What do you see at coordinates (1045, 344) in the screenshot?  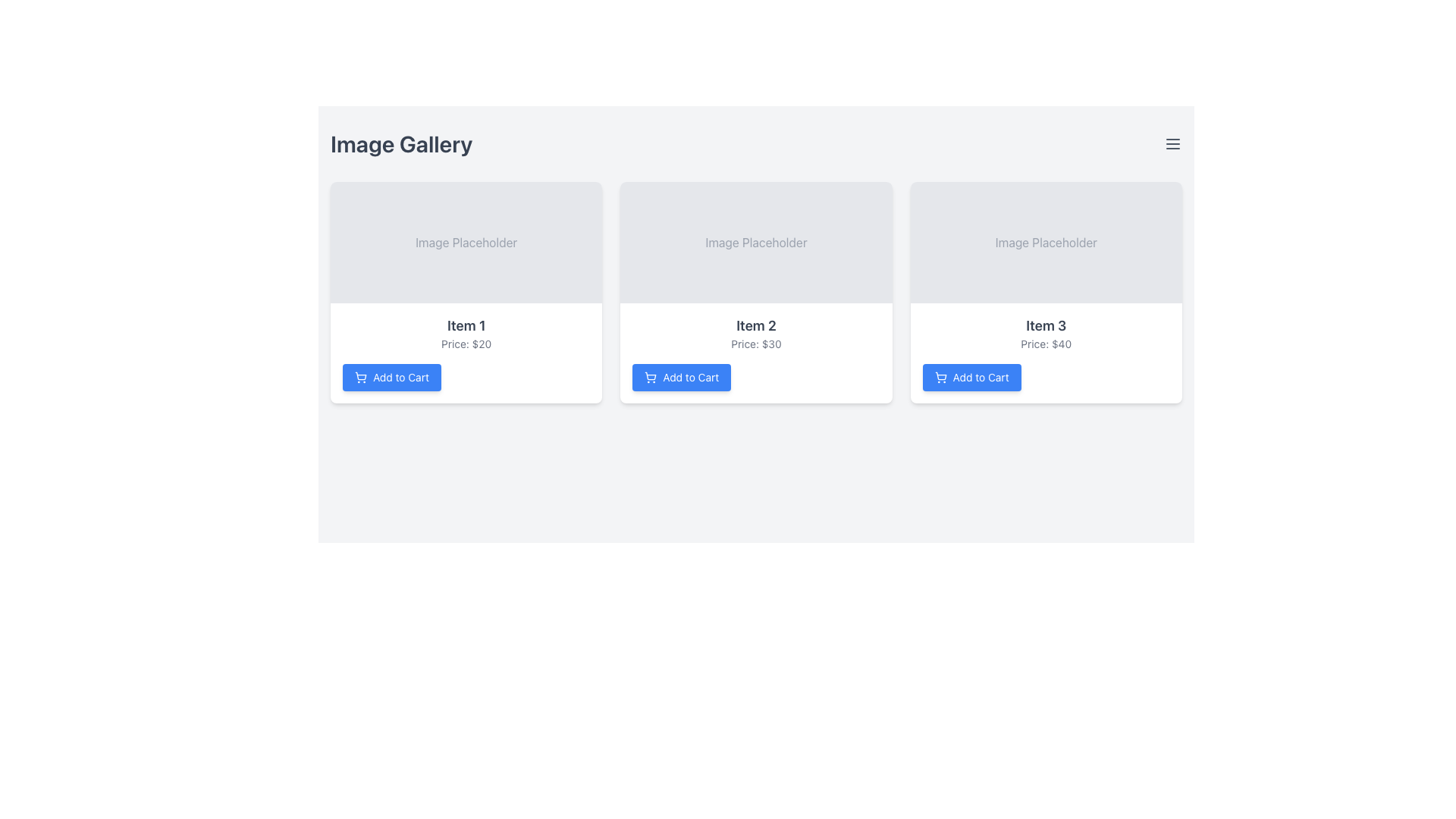 I see `the static text label displaying 'Price: $40', which is located below the 'Item 3' label in the third card of a horizontally aligned grid` at bounding box center [1045, 344].